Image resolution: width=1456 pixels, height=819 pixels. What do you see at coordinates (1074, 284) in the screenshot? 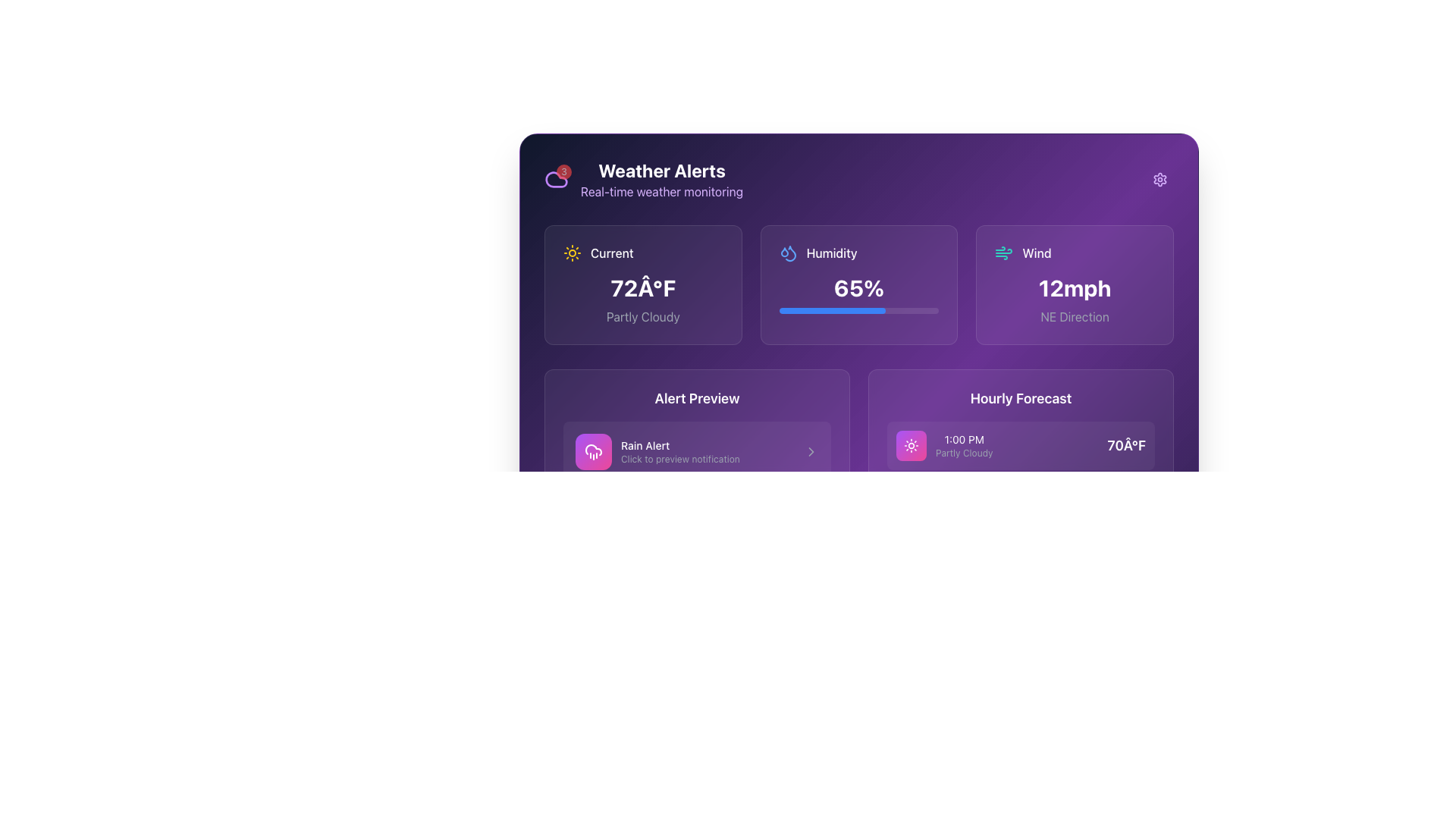
I see `the Information Card displaying weather data with a purple background, featuring a teal wind icon and the label 'Wind', which shows '12mph' in bold white text and 'NE Direction' in smaller gray text` at bounding box center [1074, 284].